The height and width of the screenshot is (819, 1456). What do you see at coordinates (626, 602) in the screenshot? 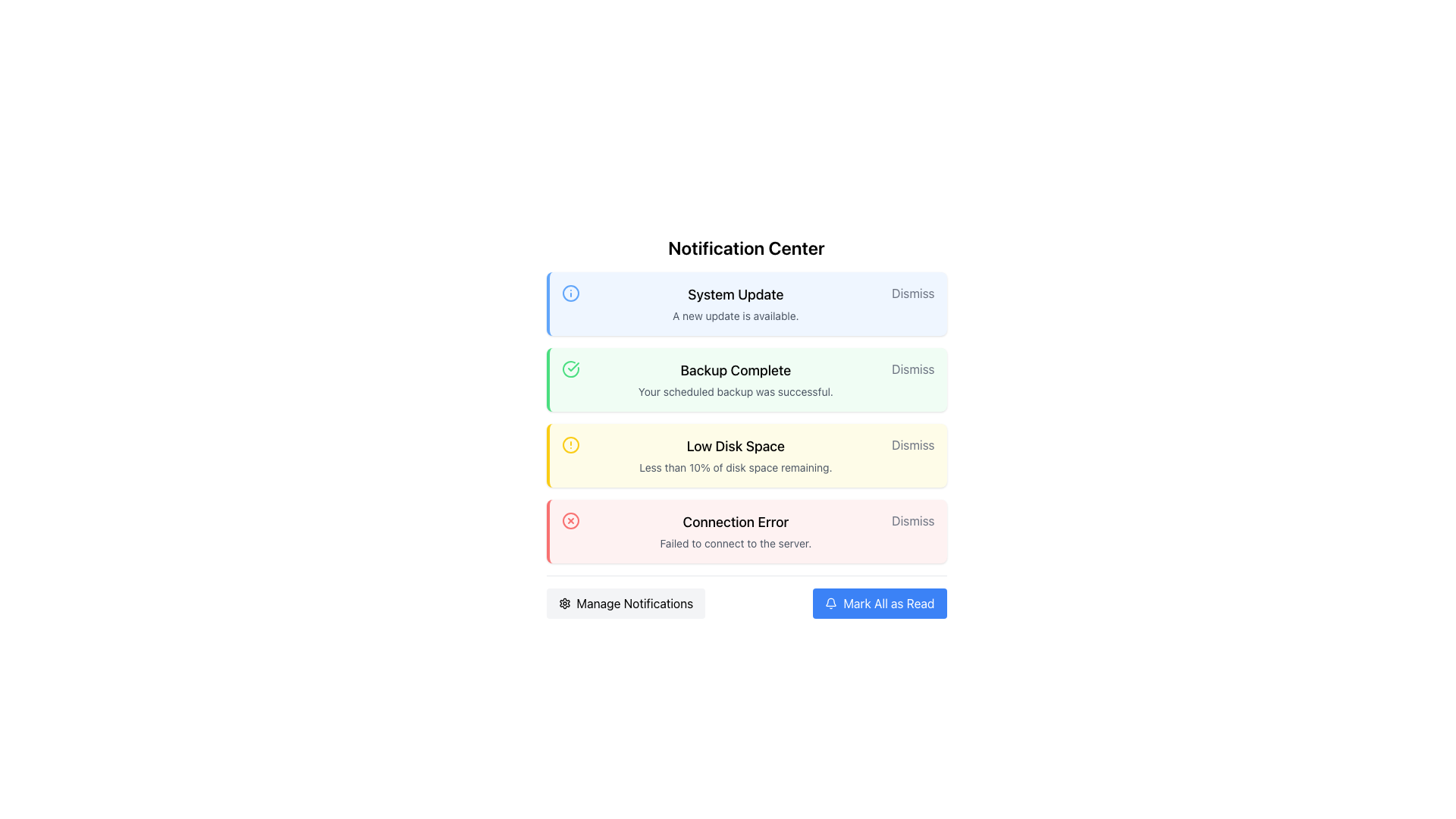
I see `the 'Manage Notifications' button located at the bottom-left corner of the notification panel` at bounding box center [626, 602].